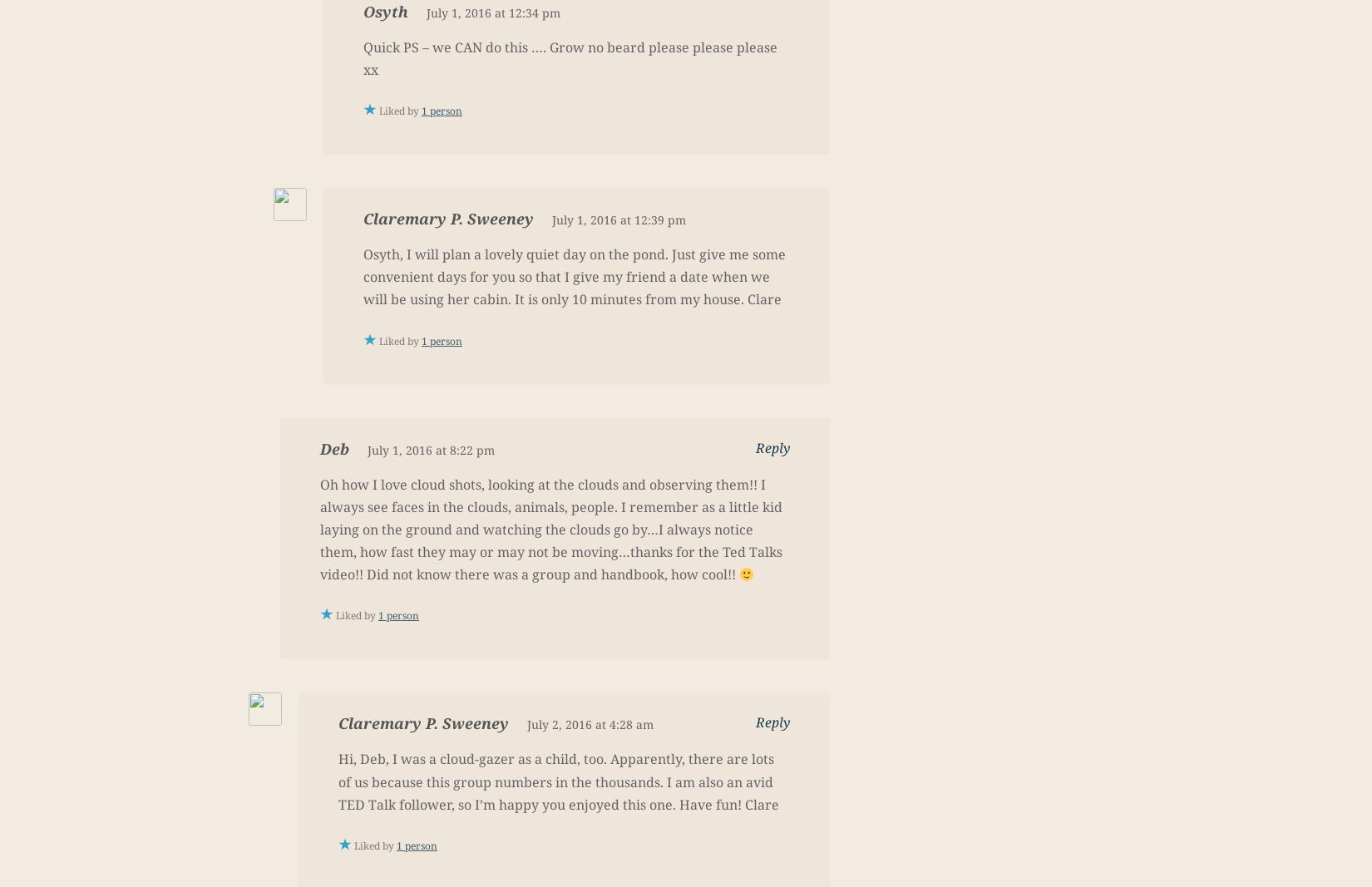  I want to click on 'July 1, 2016 at 8:22 pm', so click(430, 449).